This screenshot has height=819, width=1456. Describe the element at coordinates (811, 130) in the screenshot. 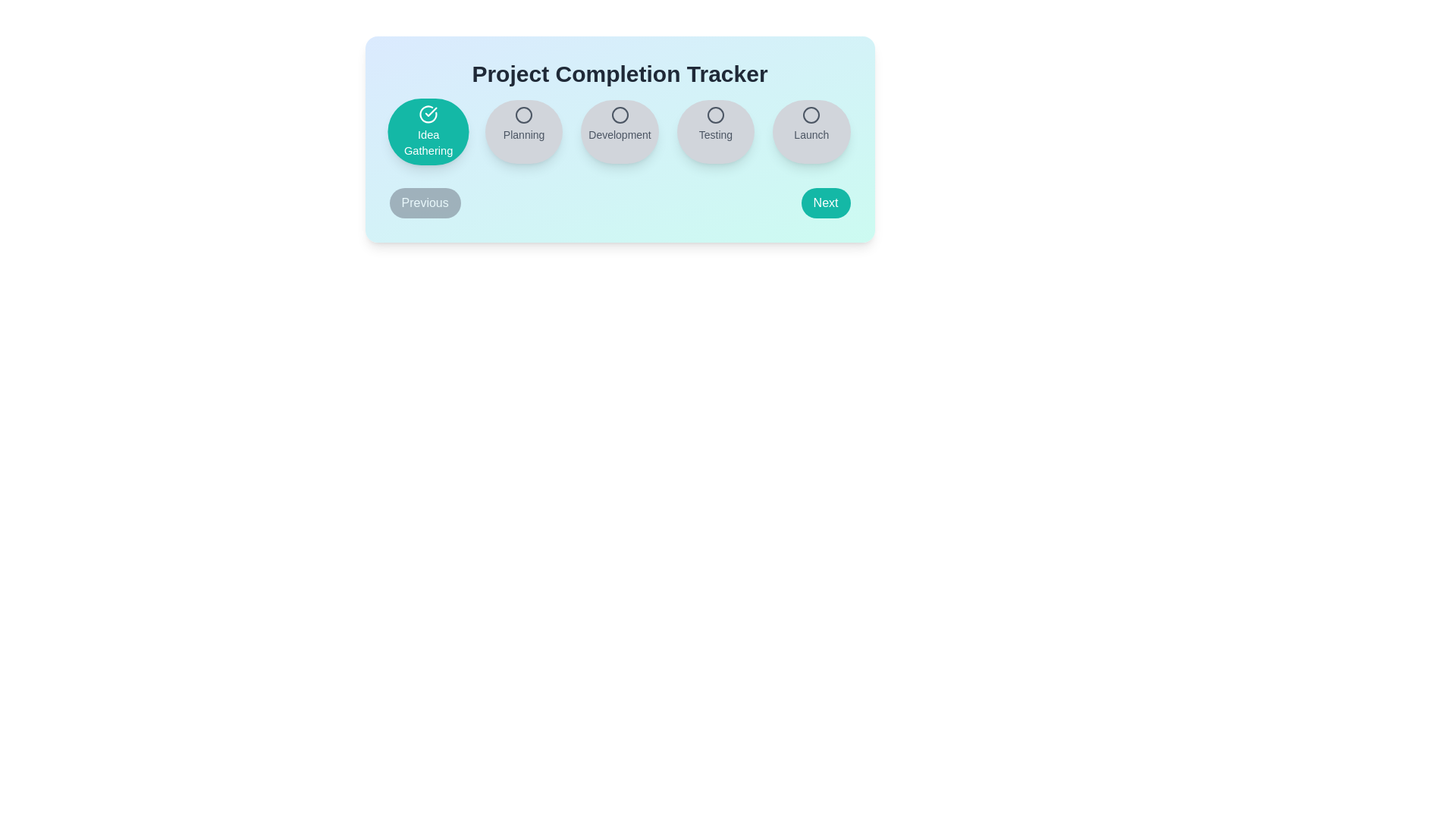

I see `the 'Launch' button, which is a rounded button with a light gray background located at the far right of a sequence of five buttons representing different stages of a process` at that location.